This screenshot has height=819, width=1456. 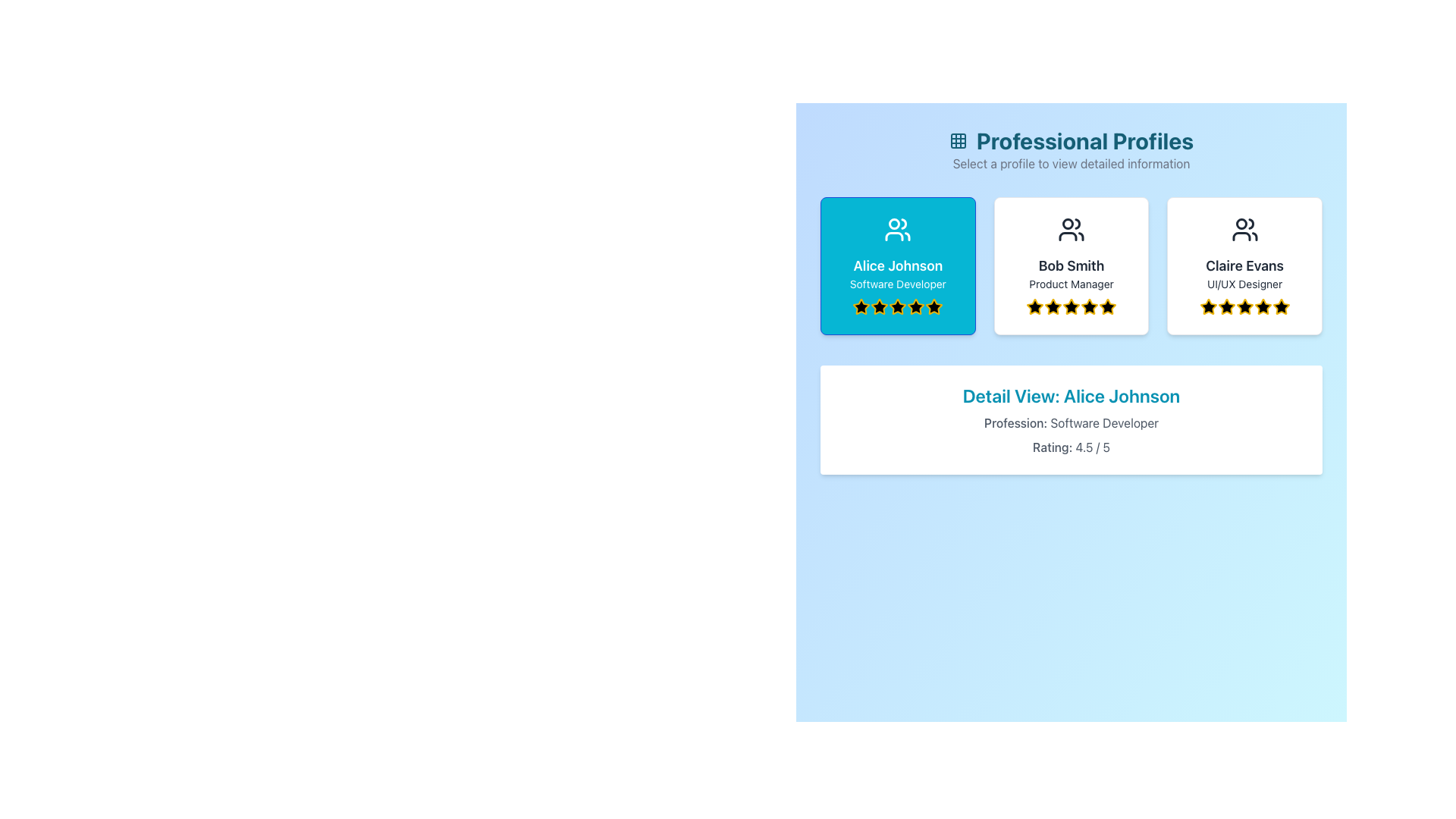 What do you see at coordinates (1226, 306) in the screenshot?
I see `the fourth star in the five-star rating component under the profile card of 'Claire Evans, UI/UX Designer'` at bounding box center [1226, 306].